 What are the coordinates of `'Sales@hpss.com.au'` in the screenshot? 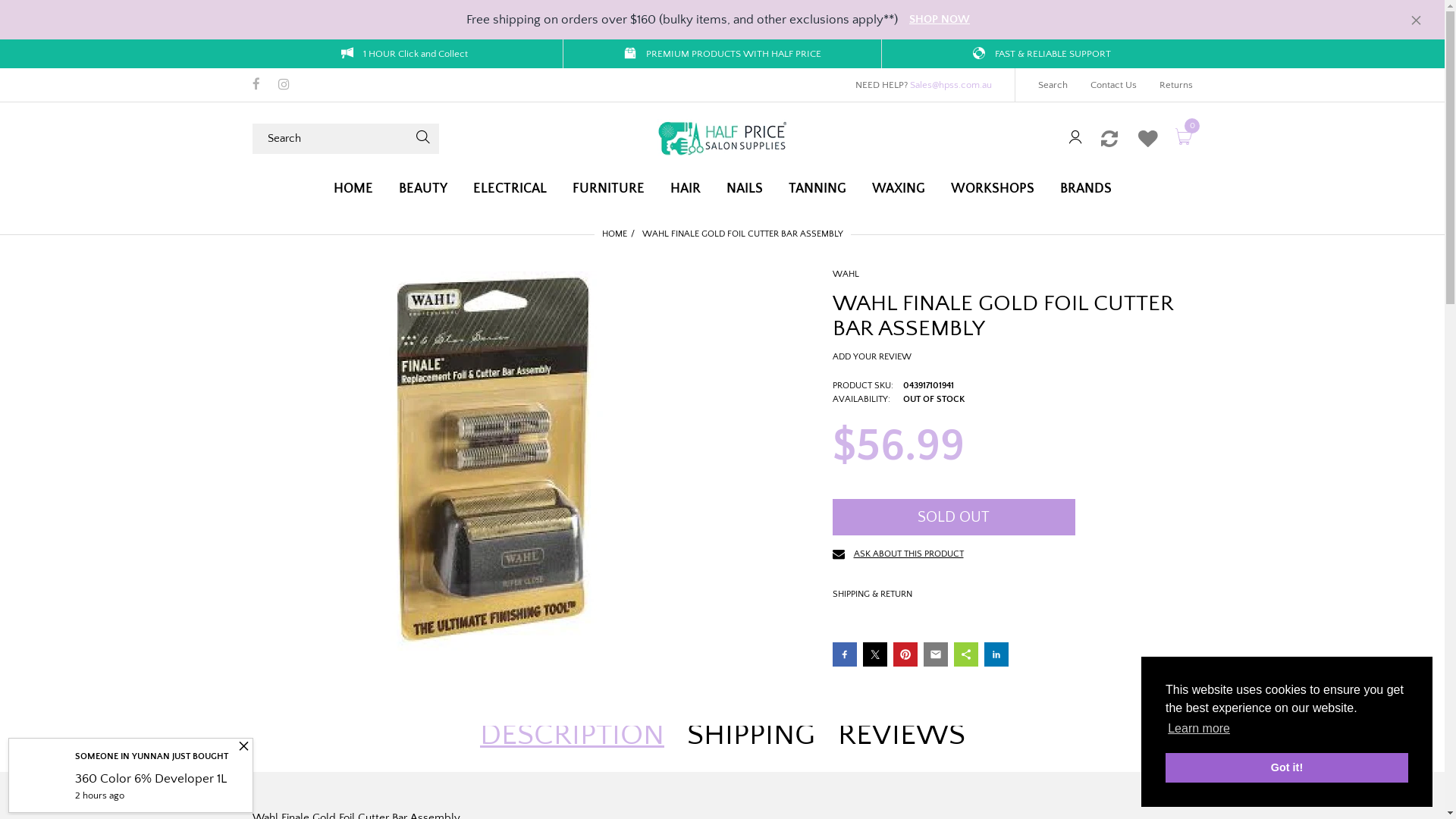 It's located at (949, 84).